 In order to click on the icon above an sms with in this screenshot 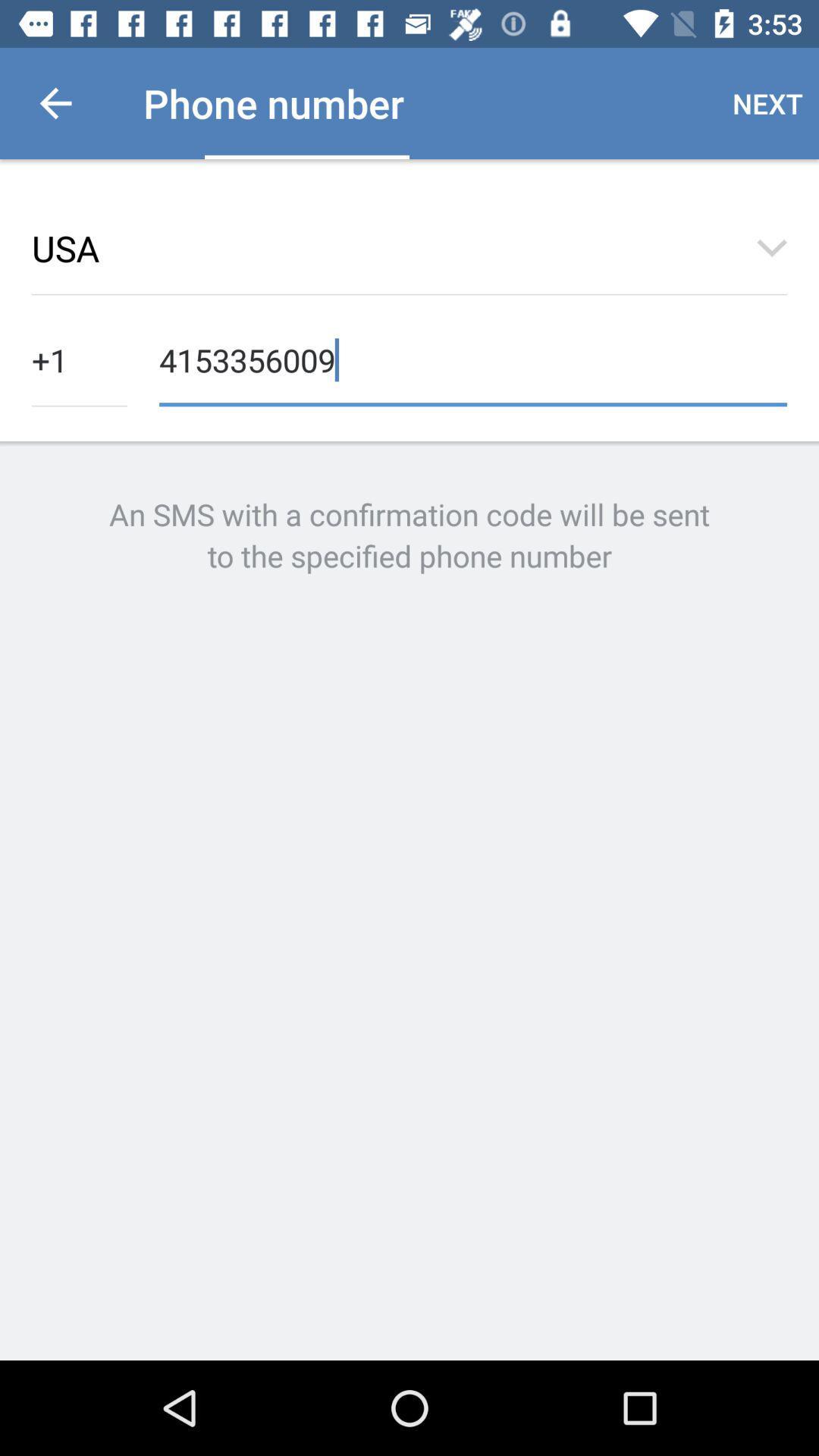, I will do `click(472, 358)`.